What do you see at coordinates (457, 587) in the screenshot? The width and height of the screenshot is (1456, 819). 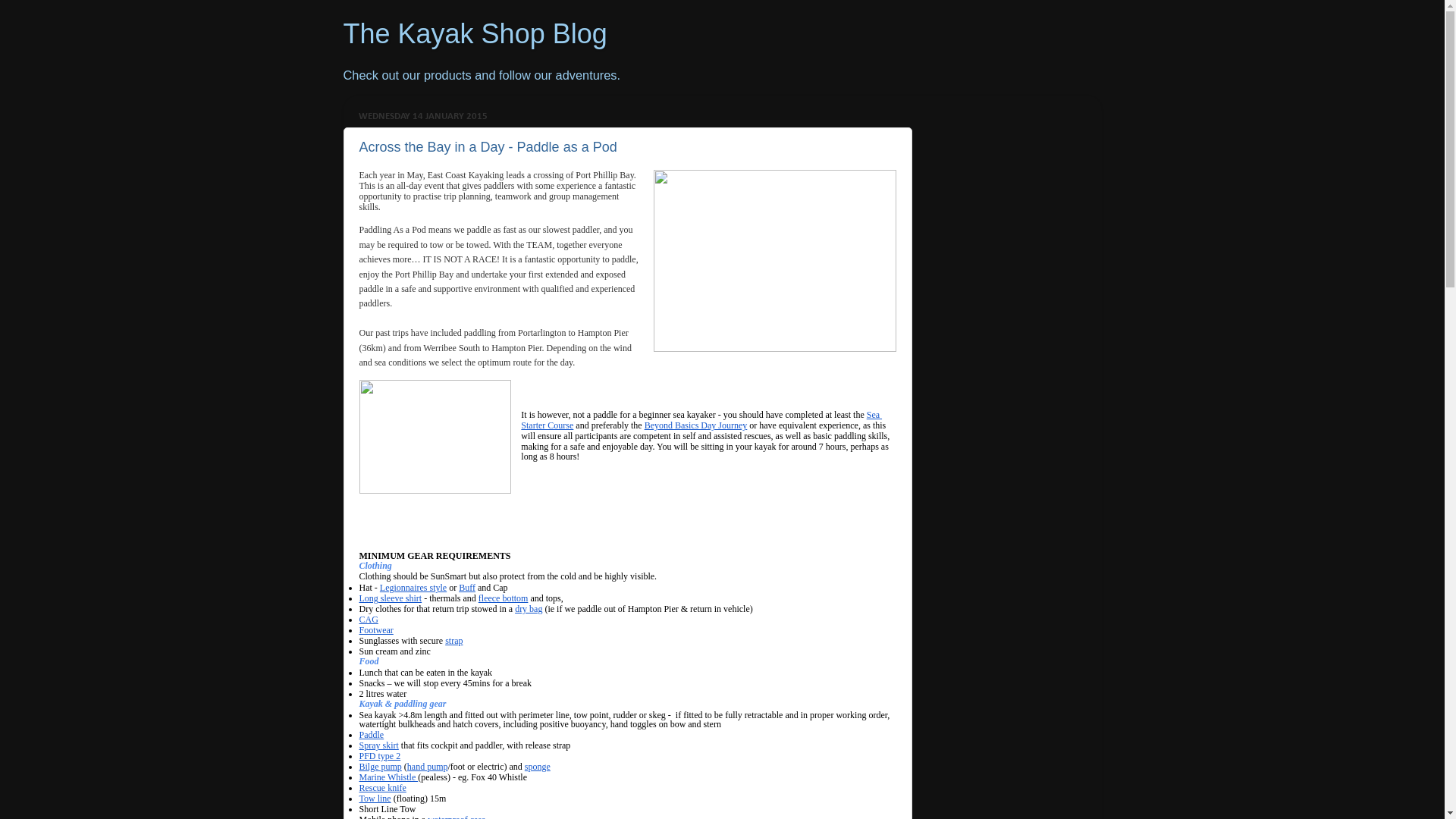 I see `'Buff'` at bounding box center [457, 587].